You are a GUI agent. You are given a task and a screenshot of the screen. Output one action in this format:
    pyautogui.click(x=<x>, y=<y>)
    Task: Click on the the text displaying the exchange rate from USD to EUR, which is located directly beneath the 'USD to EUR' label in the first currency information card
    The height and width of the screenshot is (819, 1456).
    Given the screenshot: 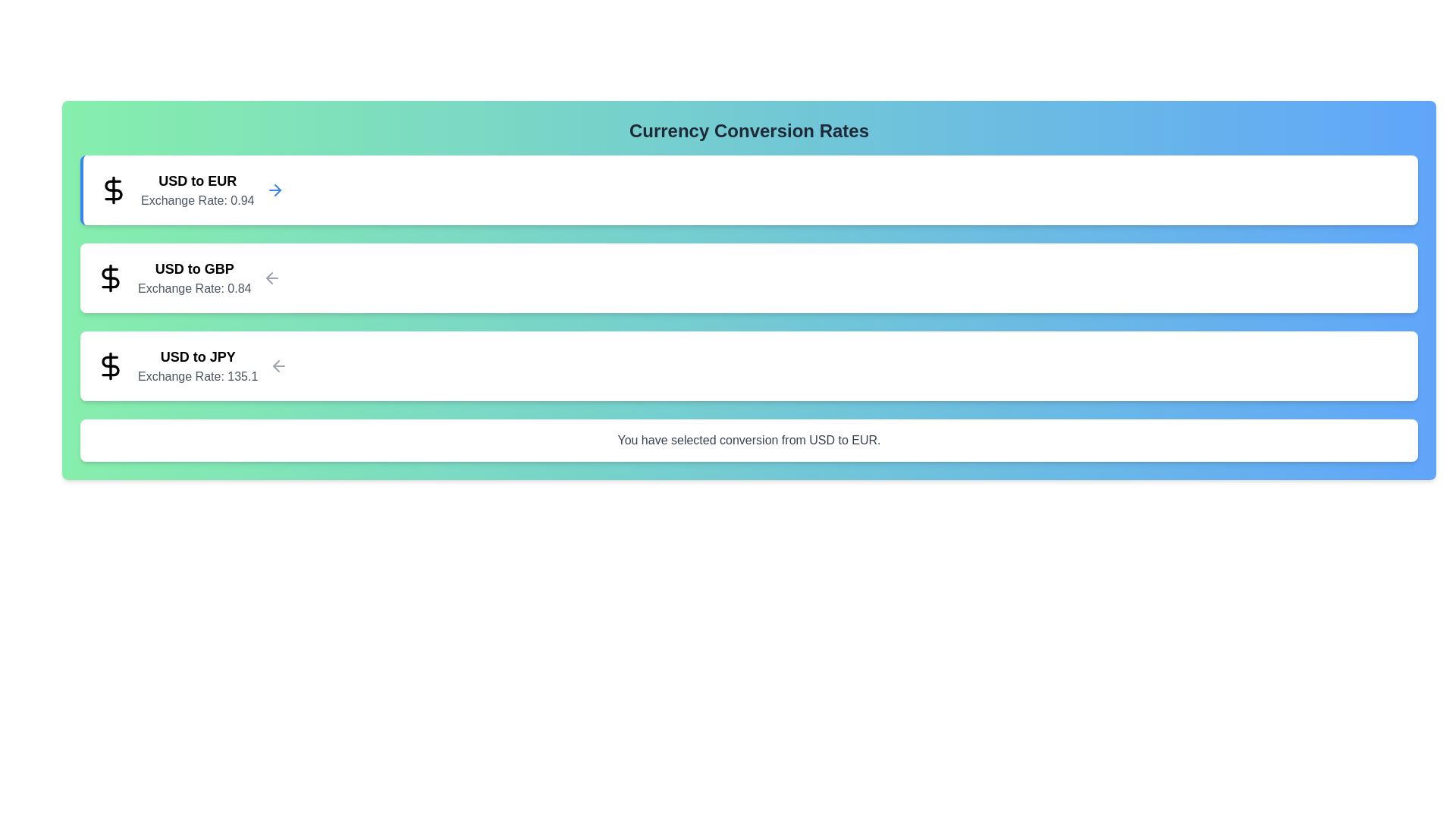 What is the action you would take?
    pyautogui.click(x=196, y=200)
    